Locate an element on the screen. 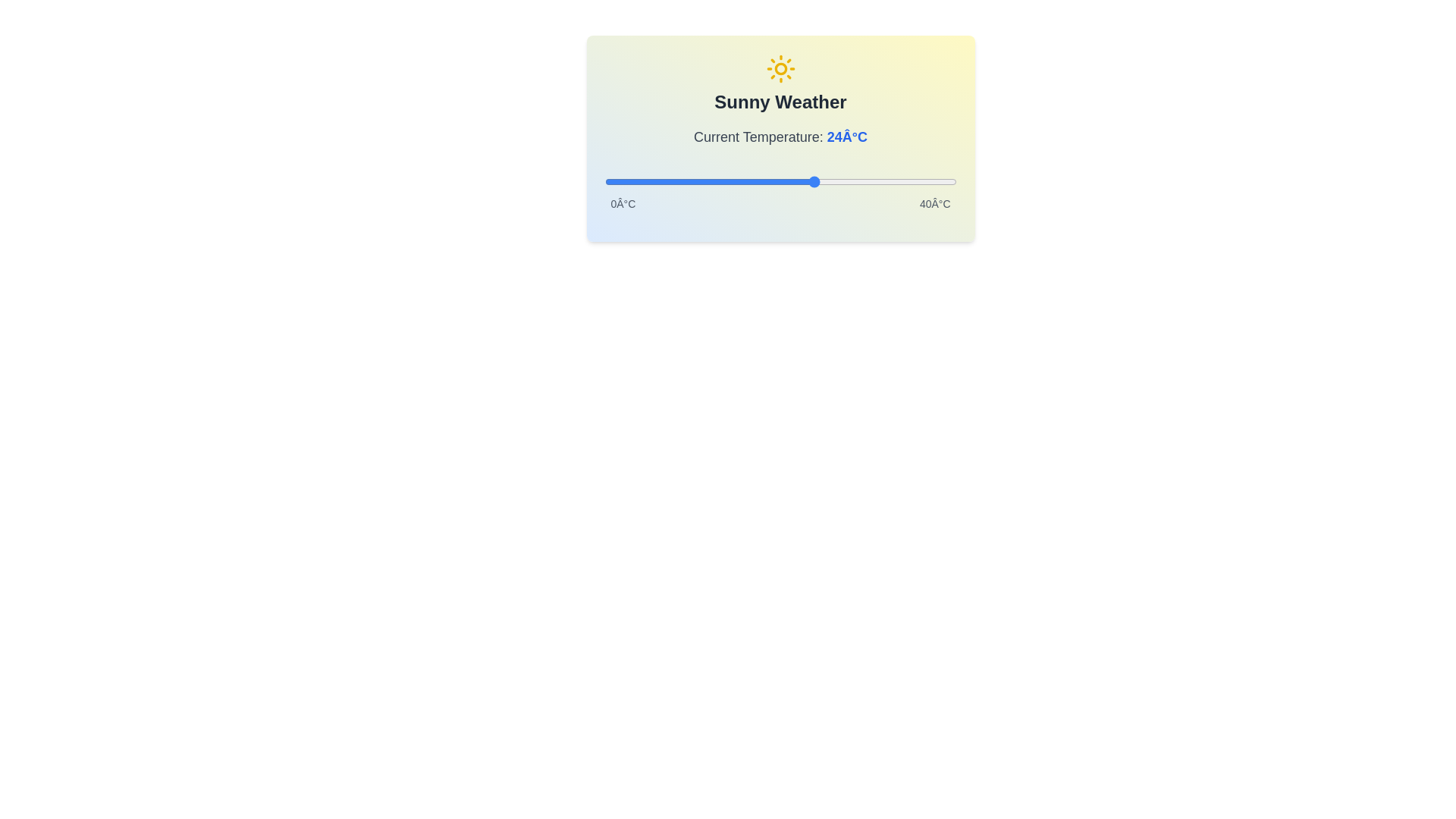  the temperature is located at coordinates (851, 180).